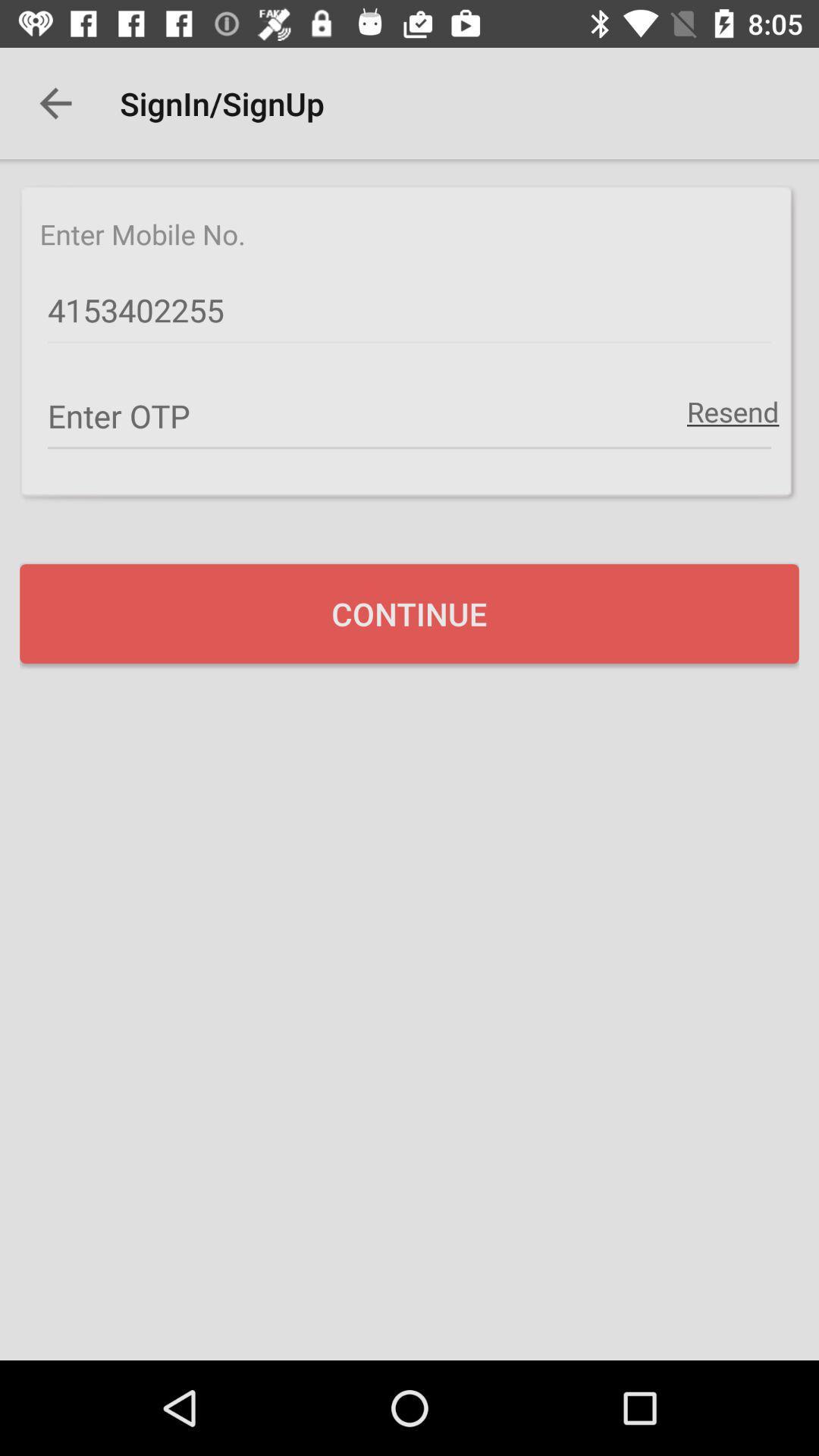  What do you see at coordinates (409, 613) in the screenshot?
I see `the continue` at bounding box center [409, 613].